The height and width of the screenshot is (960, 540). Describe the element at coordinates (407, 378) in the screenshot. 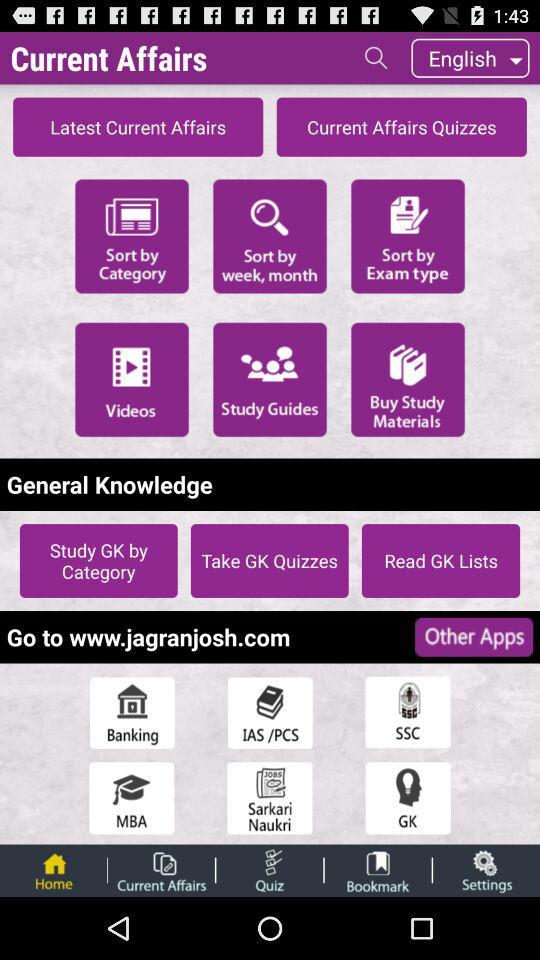

I see `buy more study materials` at that location.